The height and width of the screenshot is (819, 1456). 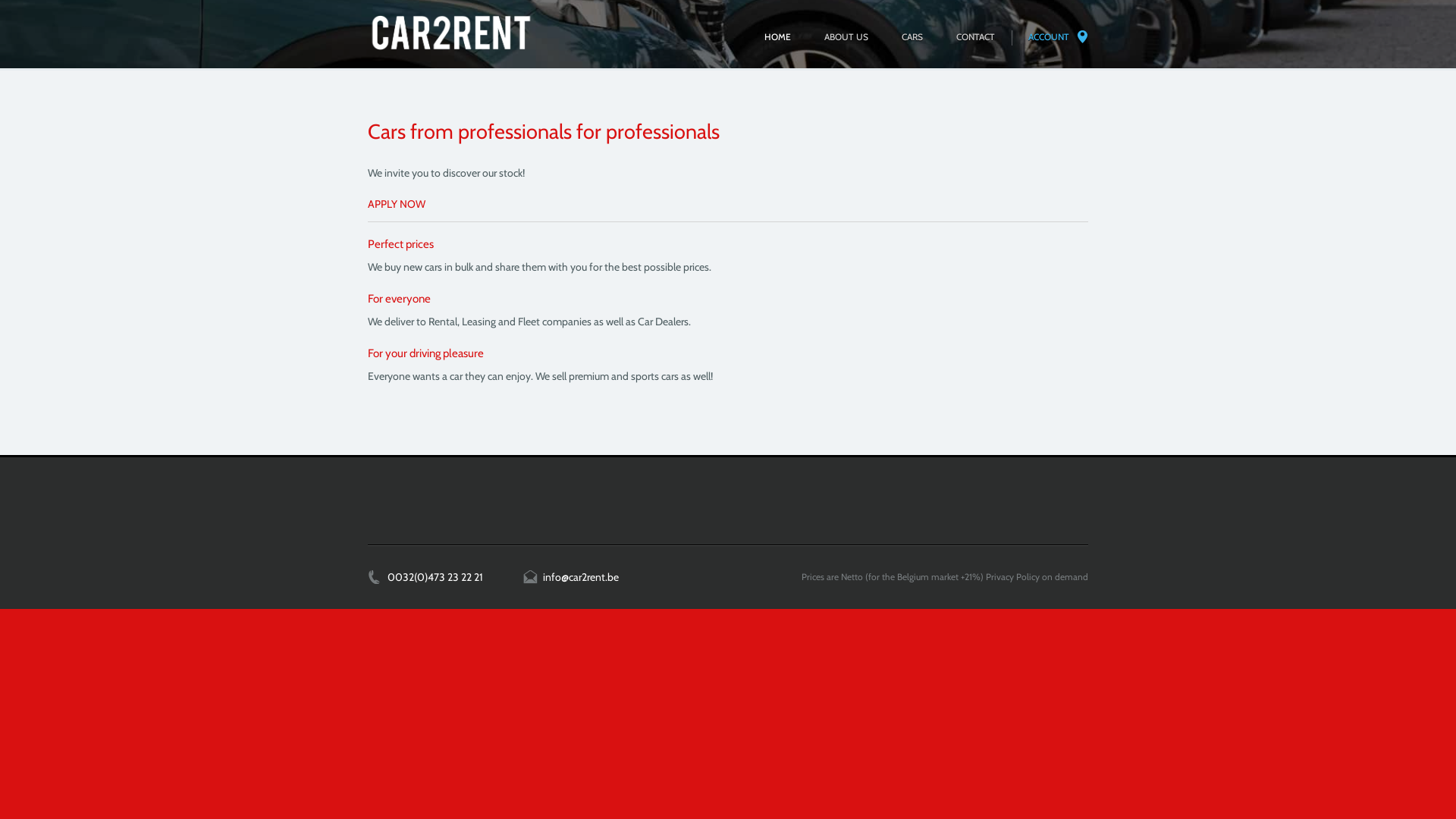 I want to click on 'CONTACT', so click(x=975, y=37).